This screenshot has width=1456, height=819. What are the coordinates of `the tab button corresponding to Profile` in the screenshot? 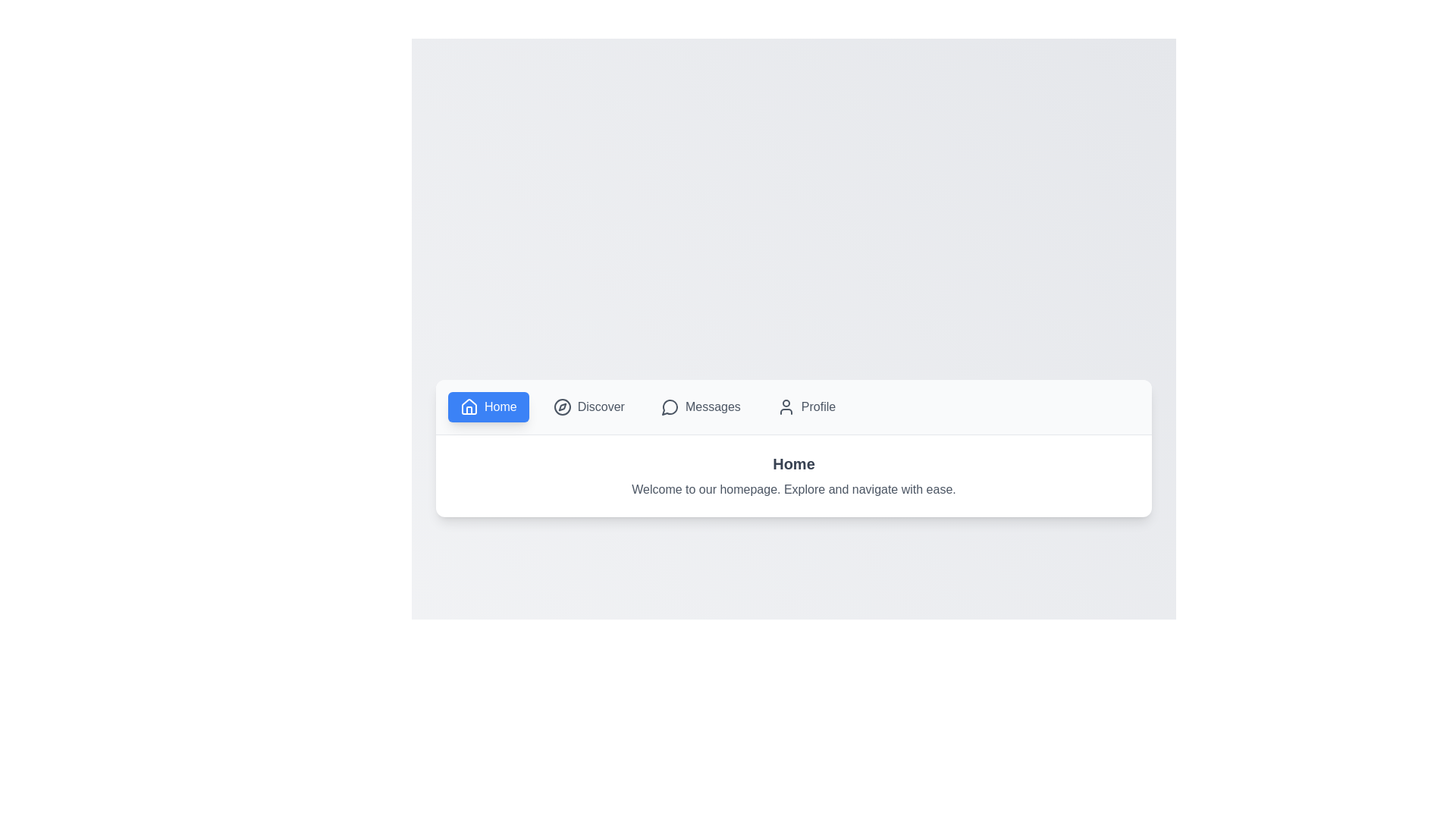 It's located at (805, 406).